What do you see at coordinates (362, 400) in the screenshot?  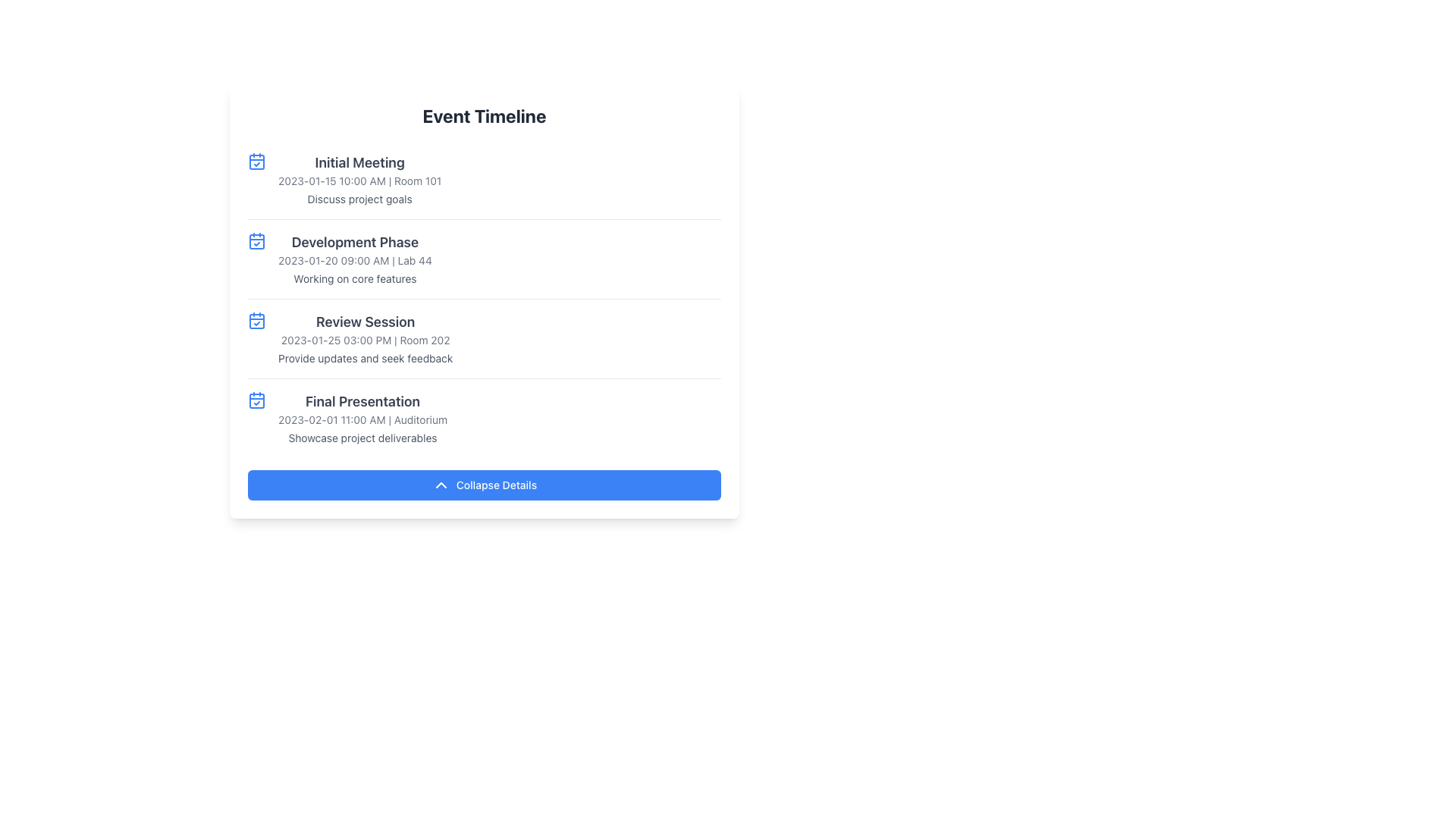 I see `the text label for the event 'Final Presentation', which is located in the fourth entry of the vertical timeline layout, positioned towards the left above the event timing and description texts` at bounding box center [362, 400].